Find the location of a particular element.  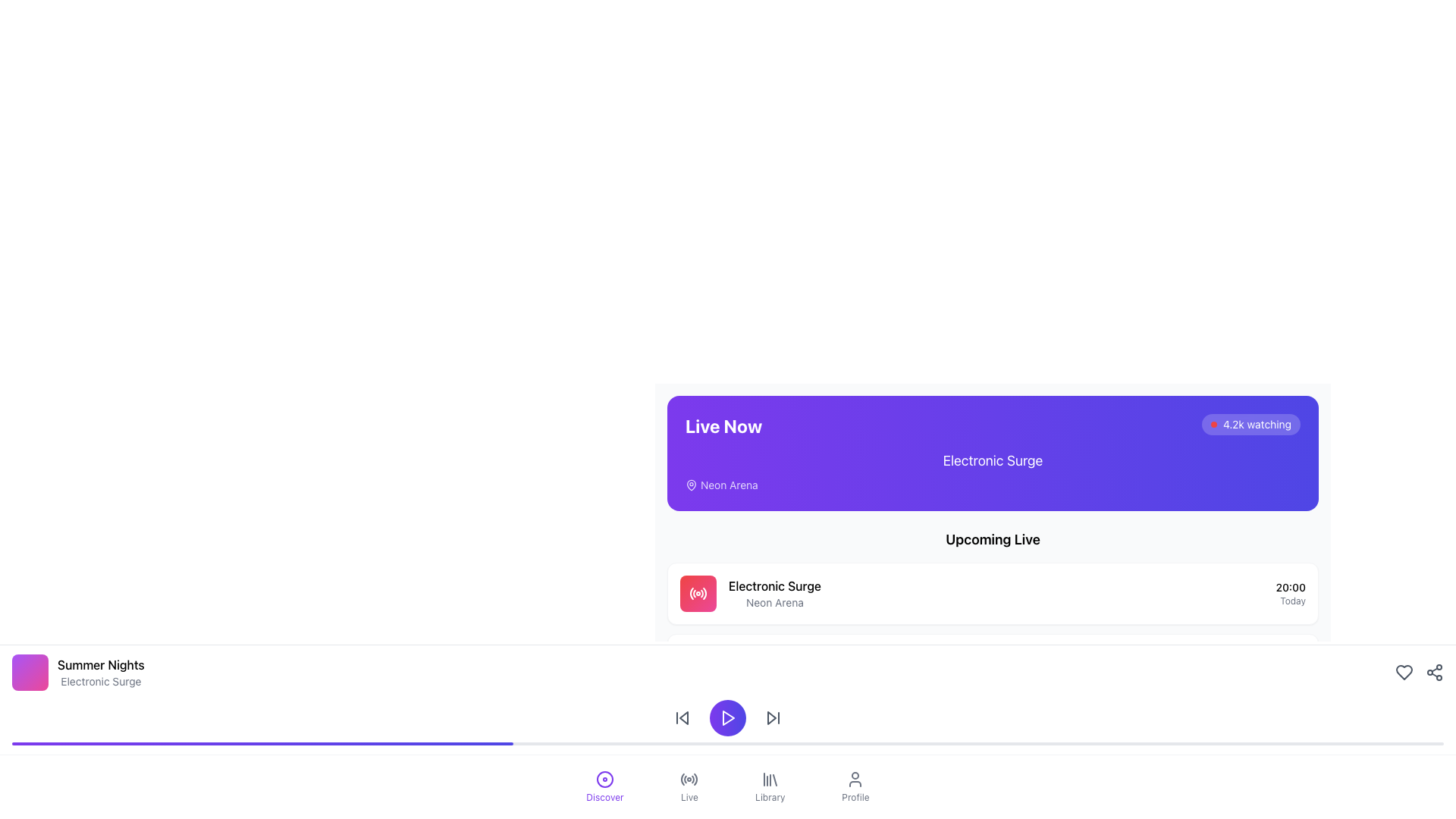

text label indicating the name of an event, program, or item located beneath the 'Live Now' purple banner, positioned above the text 'Neon Arena' is located at coordinates (775, 585).